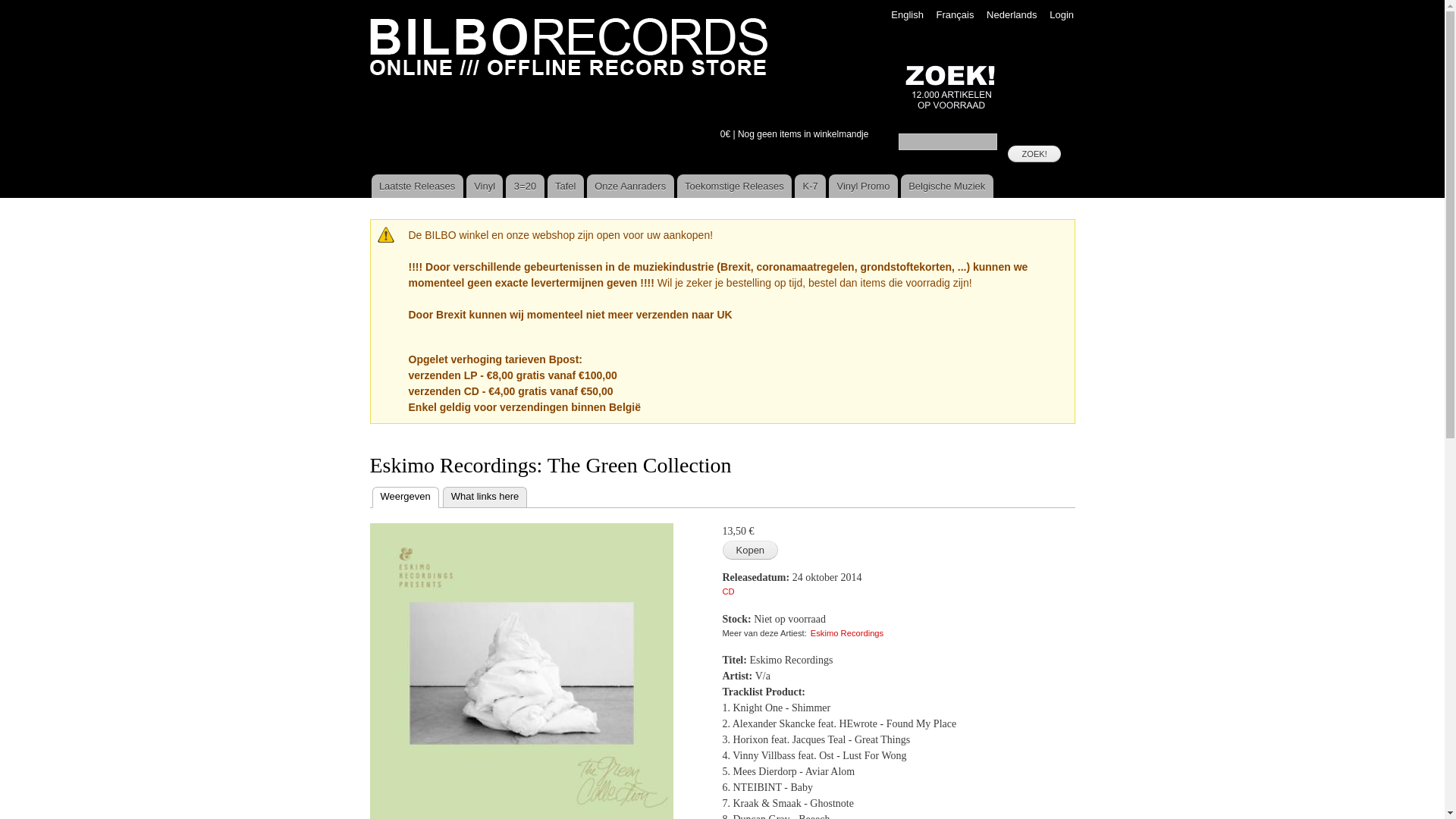 This screenshot has height=819, width=1456. Describe the element at coordinates (810, 632) in the screenshot. I see `'Eskimo Recordings'` at that location.